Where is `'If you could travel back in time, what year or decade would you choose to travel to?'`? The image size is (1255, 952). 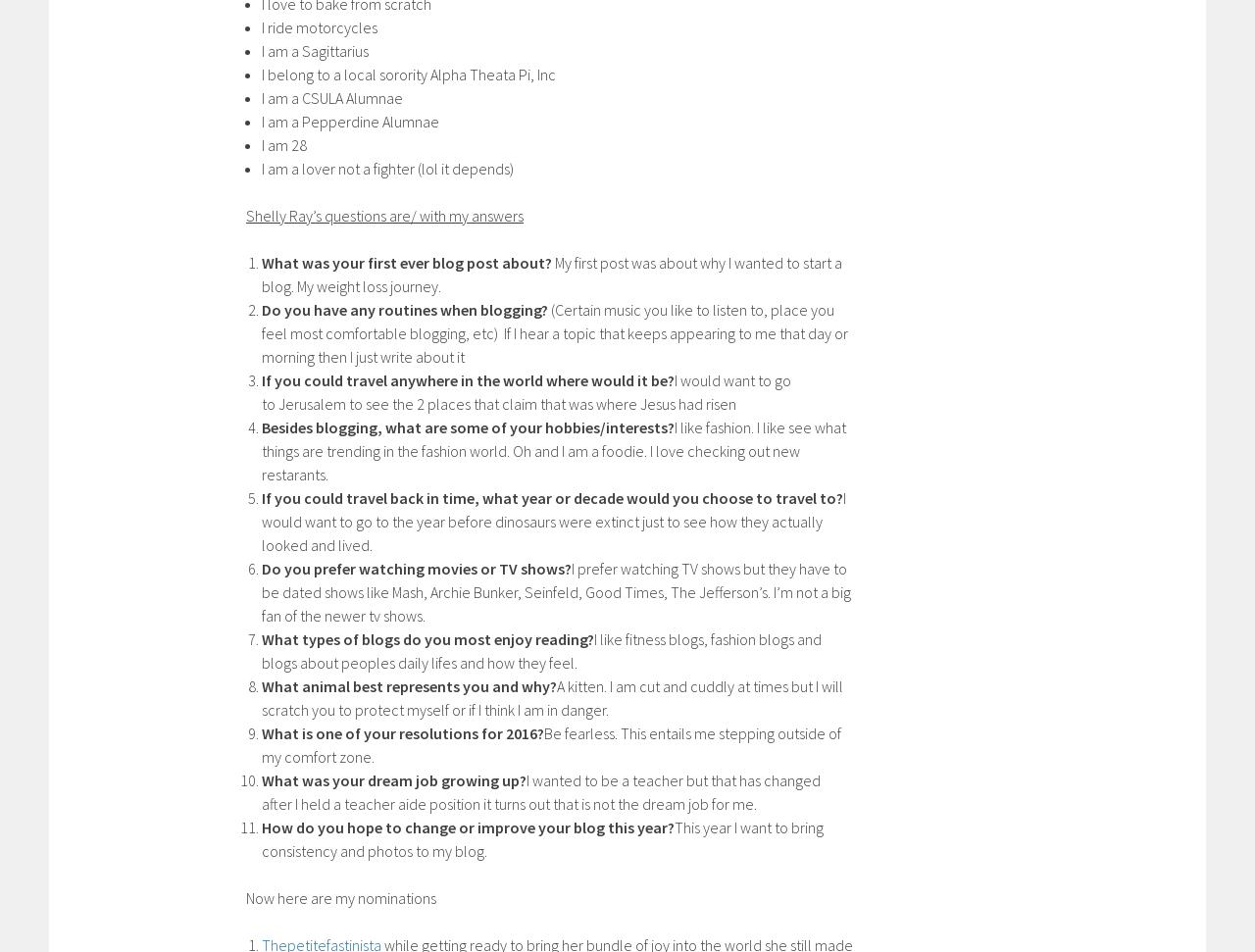 'If you could travel back in time, what year or decade would you choose to travel to?' is located at coordinates (551, 495).